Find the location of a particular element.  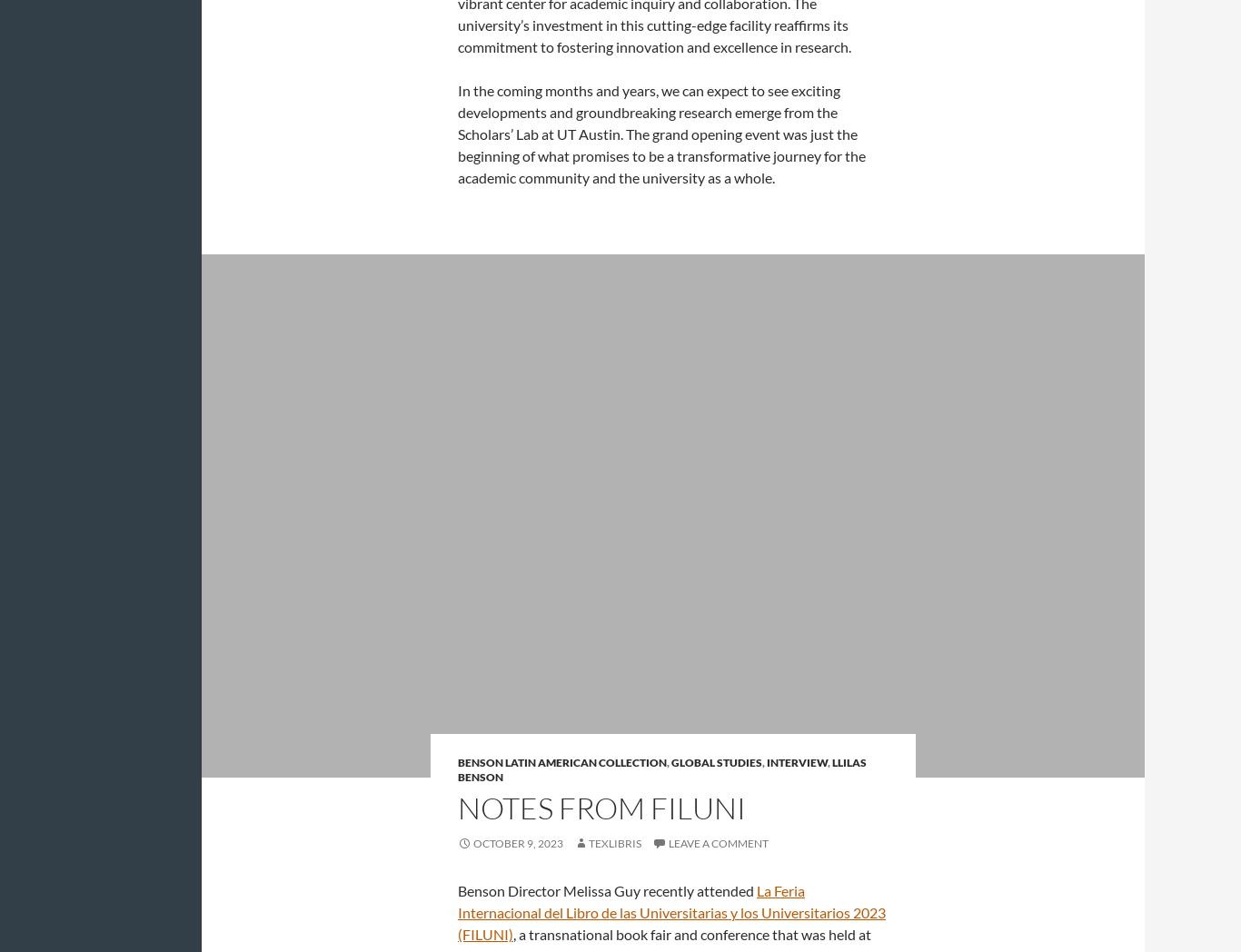

'Interview' is located at coordinates (796, 762).